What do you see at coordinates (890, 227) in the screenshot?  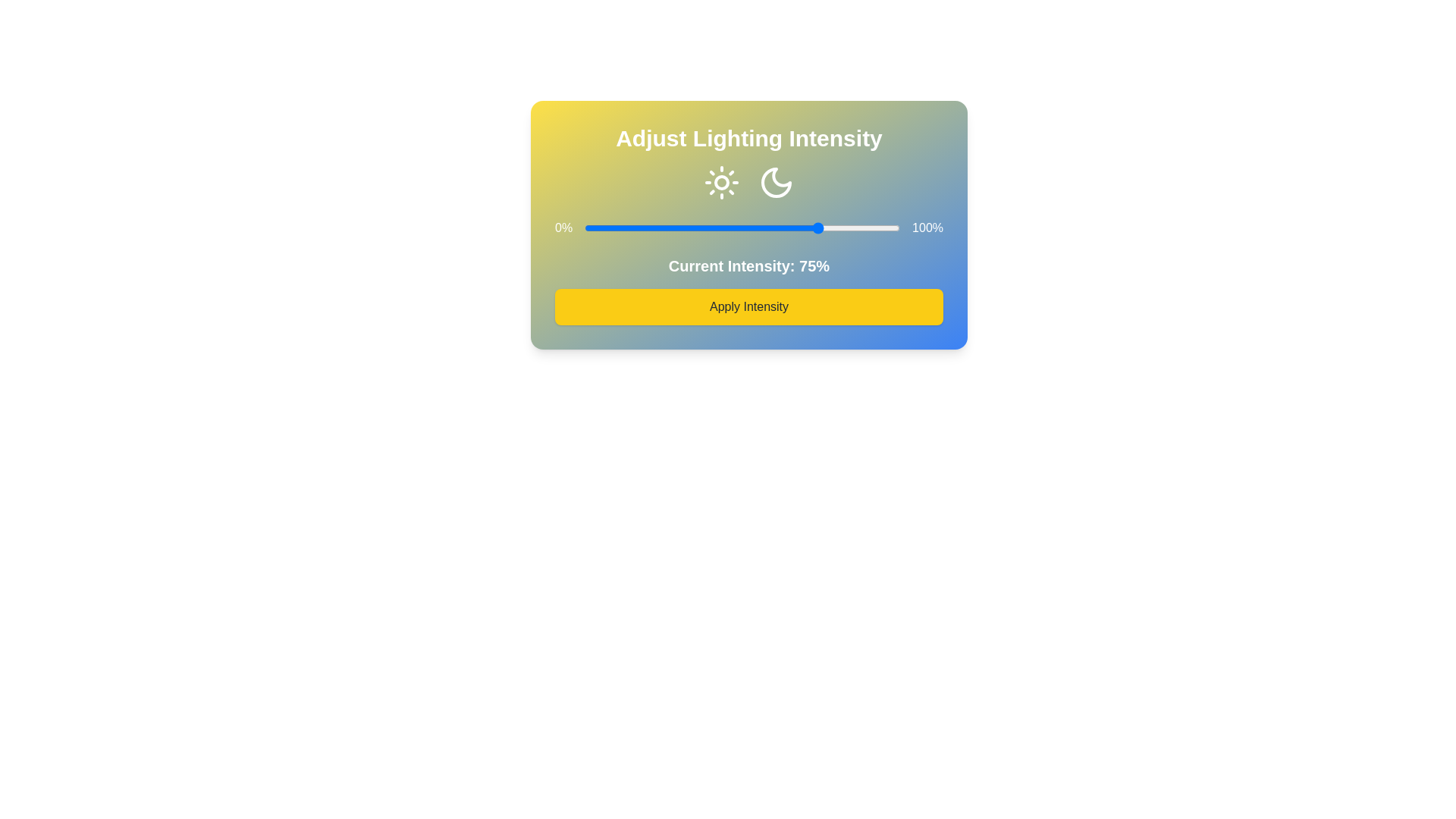 I see `the light intensity to 97% by moving the slider` at bounding box center [890, 227].